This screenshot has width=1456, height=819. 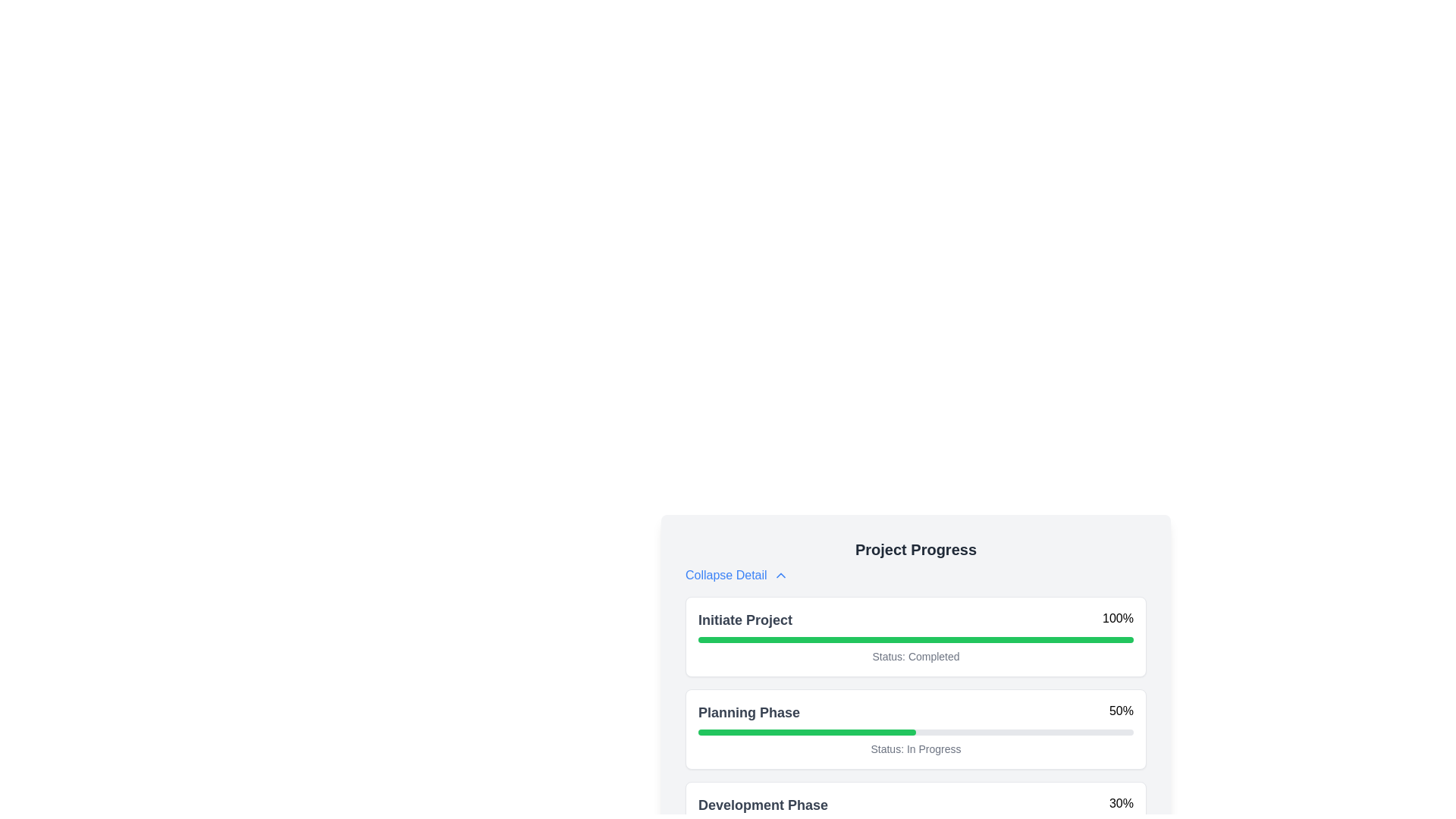 I want to click on the horizontal progress bar indicating 100% completion within the 'Initiate Project' card, so click(x=915, y=640).